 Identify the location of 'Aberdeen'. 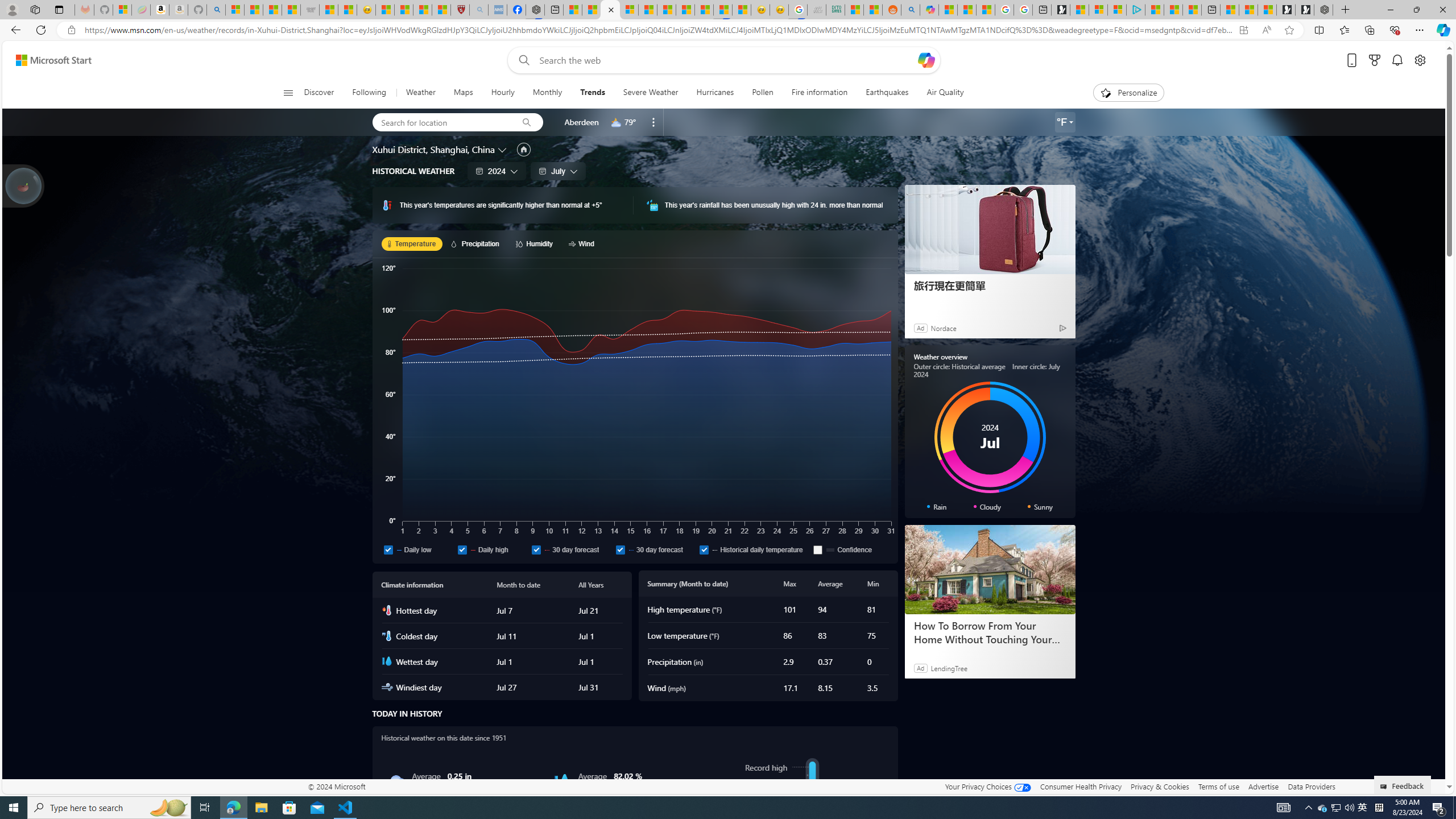
(581, 122).